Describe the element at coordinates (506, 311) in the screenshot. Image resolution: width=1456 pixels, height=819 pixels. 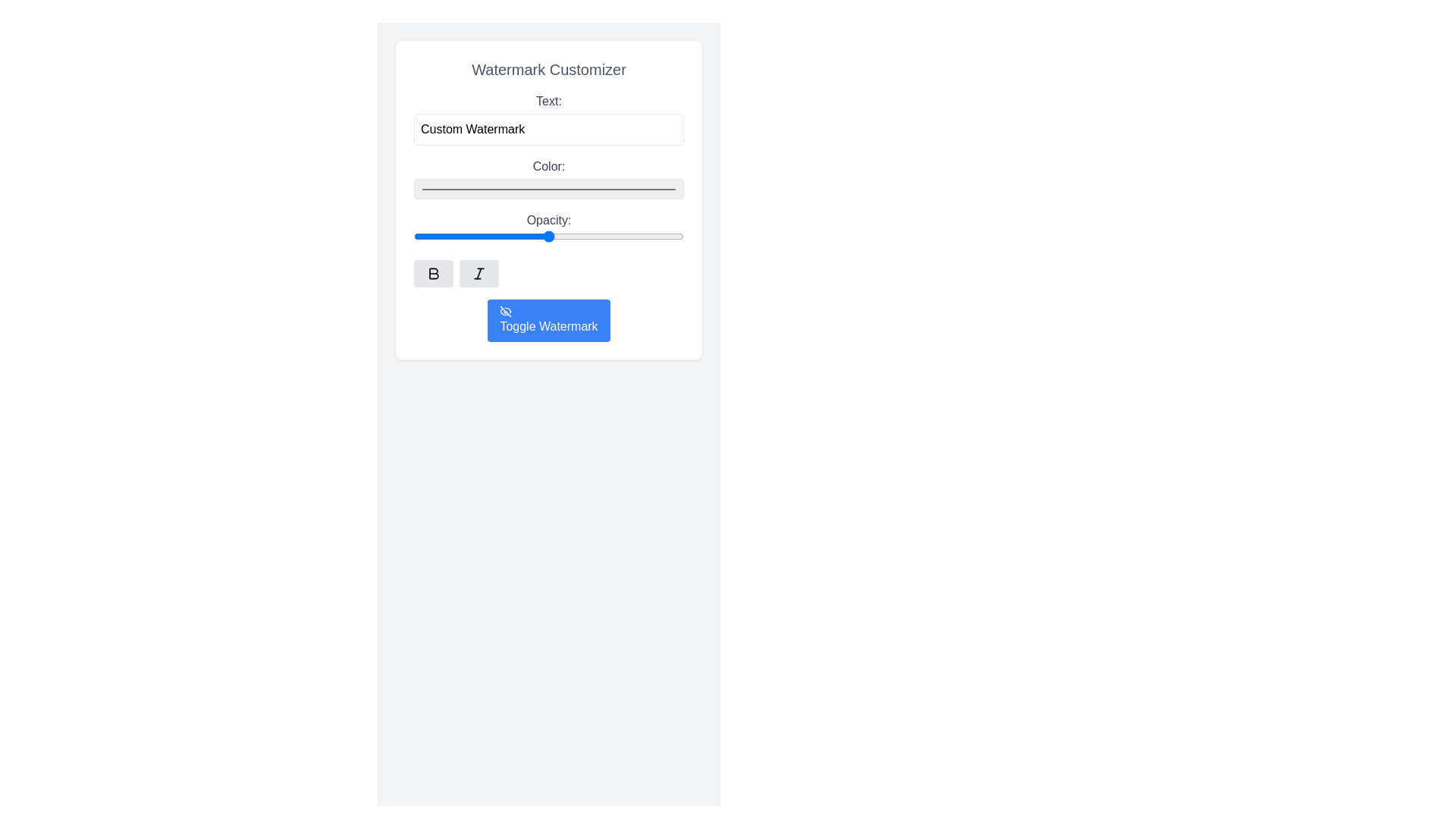
I see `the eye-crossed-out icon button located to the left of the 'Toggle Watermark' text on the blue button` at that location.